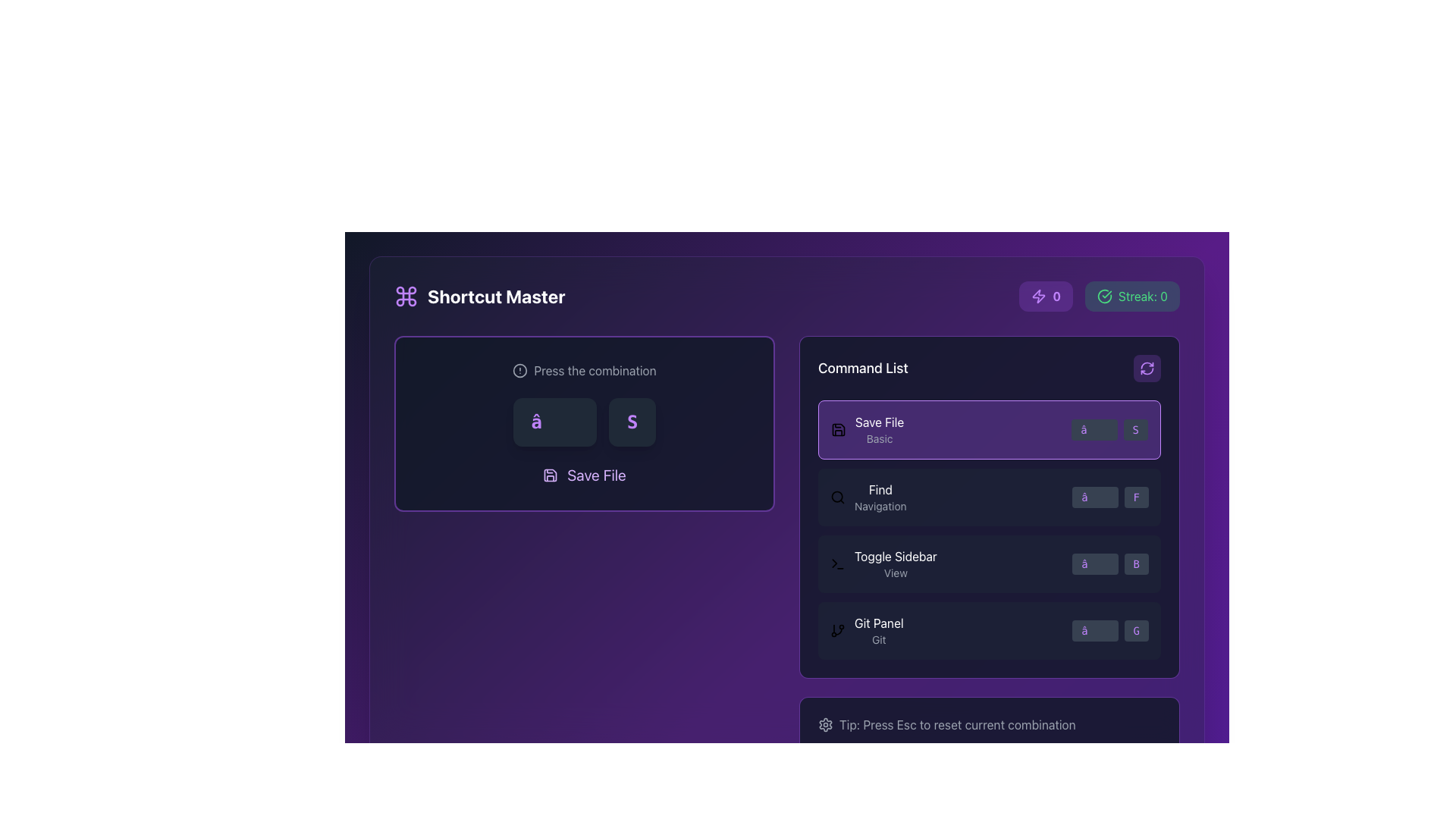  Describe the element at coordinates (990, 724) in the screenshot. I see `the text label component that provides a tip for resetting a keyboard shortcut by pressing the 'Esc' key, located in the footer section just below the primary content area` at that location.